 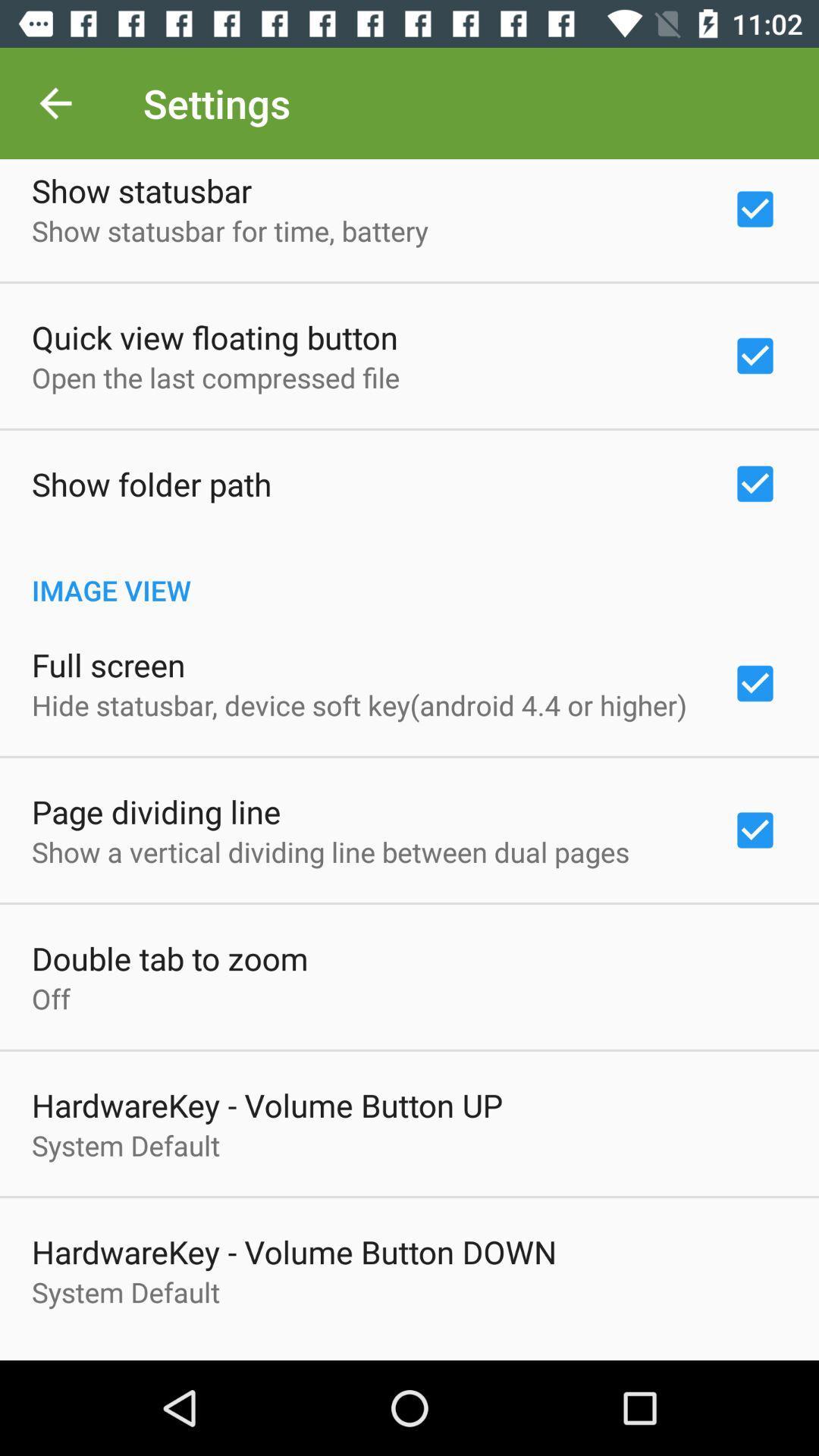 What do you see at coordinates (409, 573) in the screenshot?
I see `item above full screen` at bounding box center [409, 573].